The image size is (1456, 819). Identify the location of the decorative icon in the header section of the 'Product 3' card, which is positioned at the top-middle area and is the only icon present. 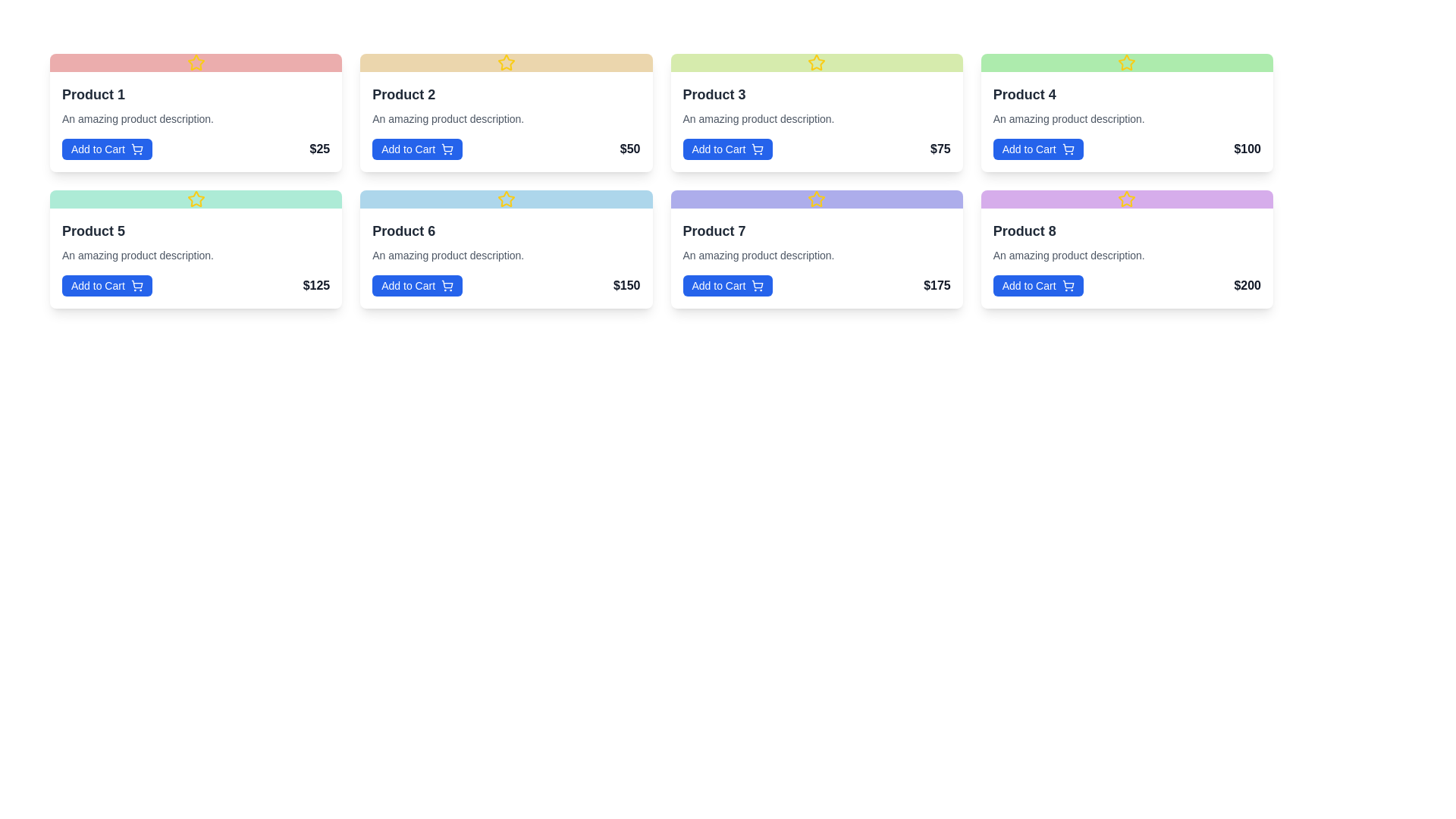
(816, 62).